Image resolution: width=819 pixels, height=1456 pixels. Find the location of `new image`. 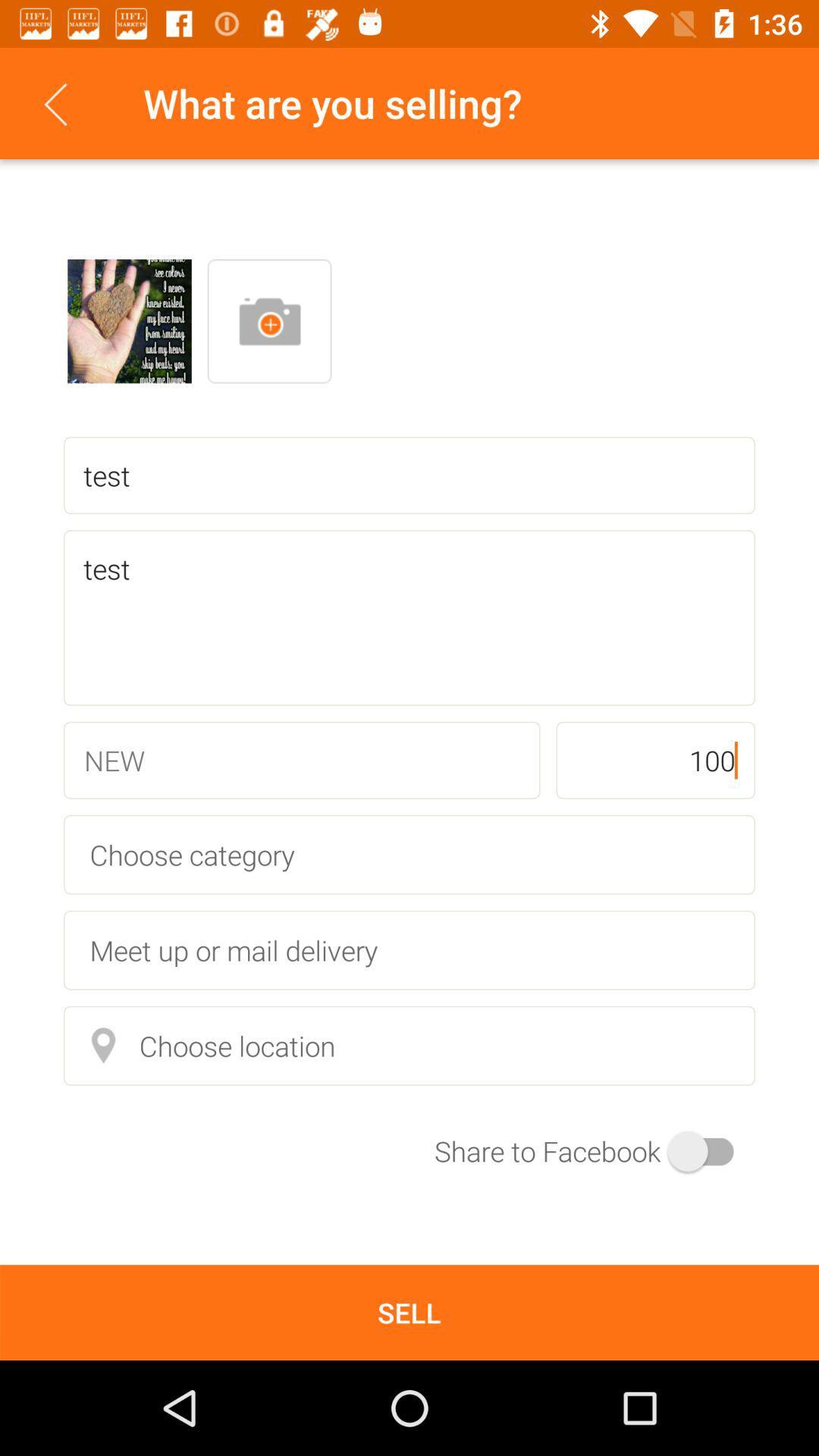

new image is located at coordinates (268, 320).